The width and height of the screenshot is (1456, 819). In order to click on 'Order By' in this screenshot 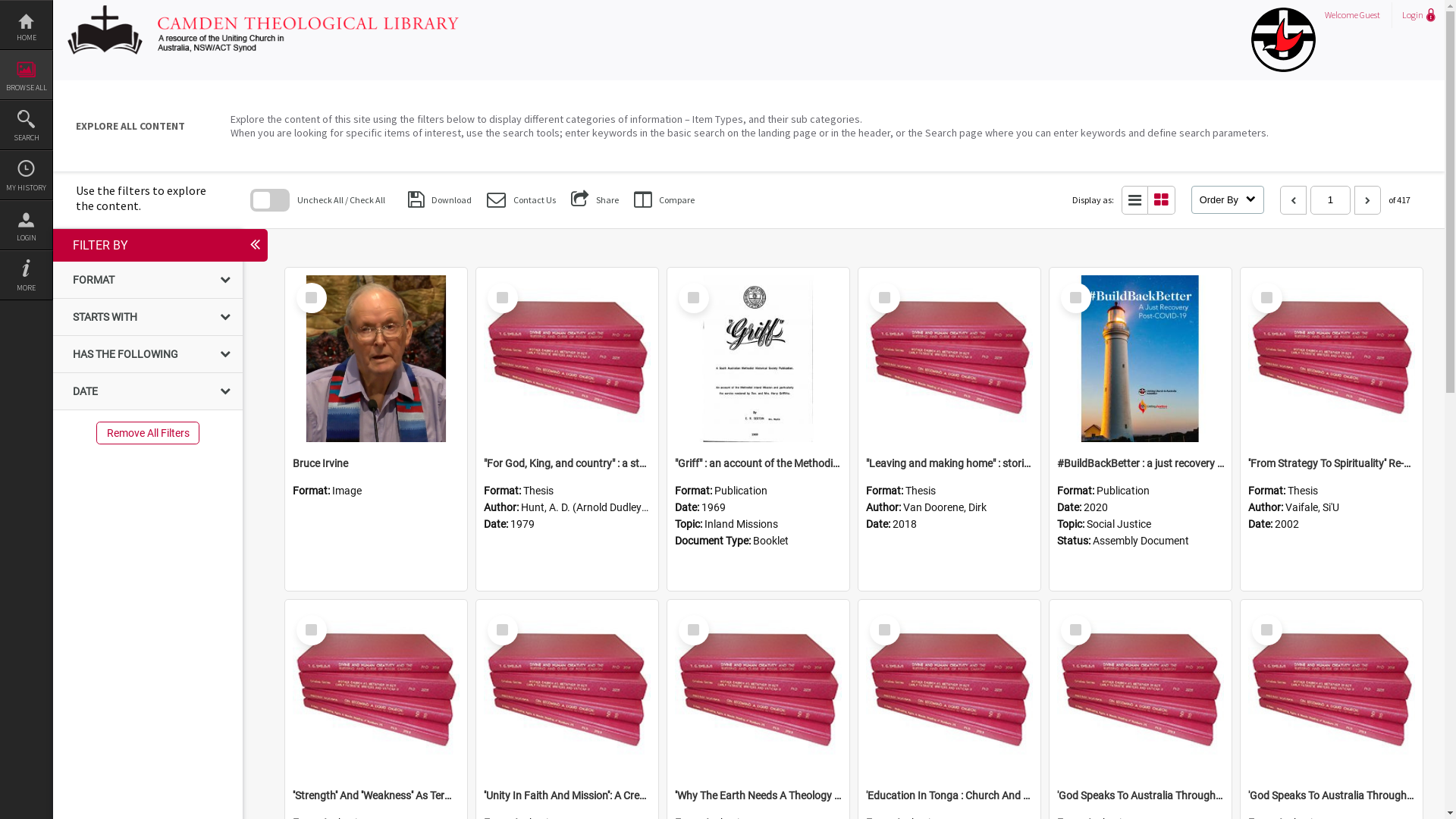, I will do `click(1227, 199)`.